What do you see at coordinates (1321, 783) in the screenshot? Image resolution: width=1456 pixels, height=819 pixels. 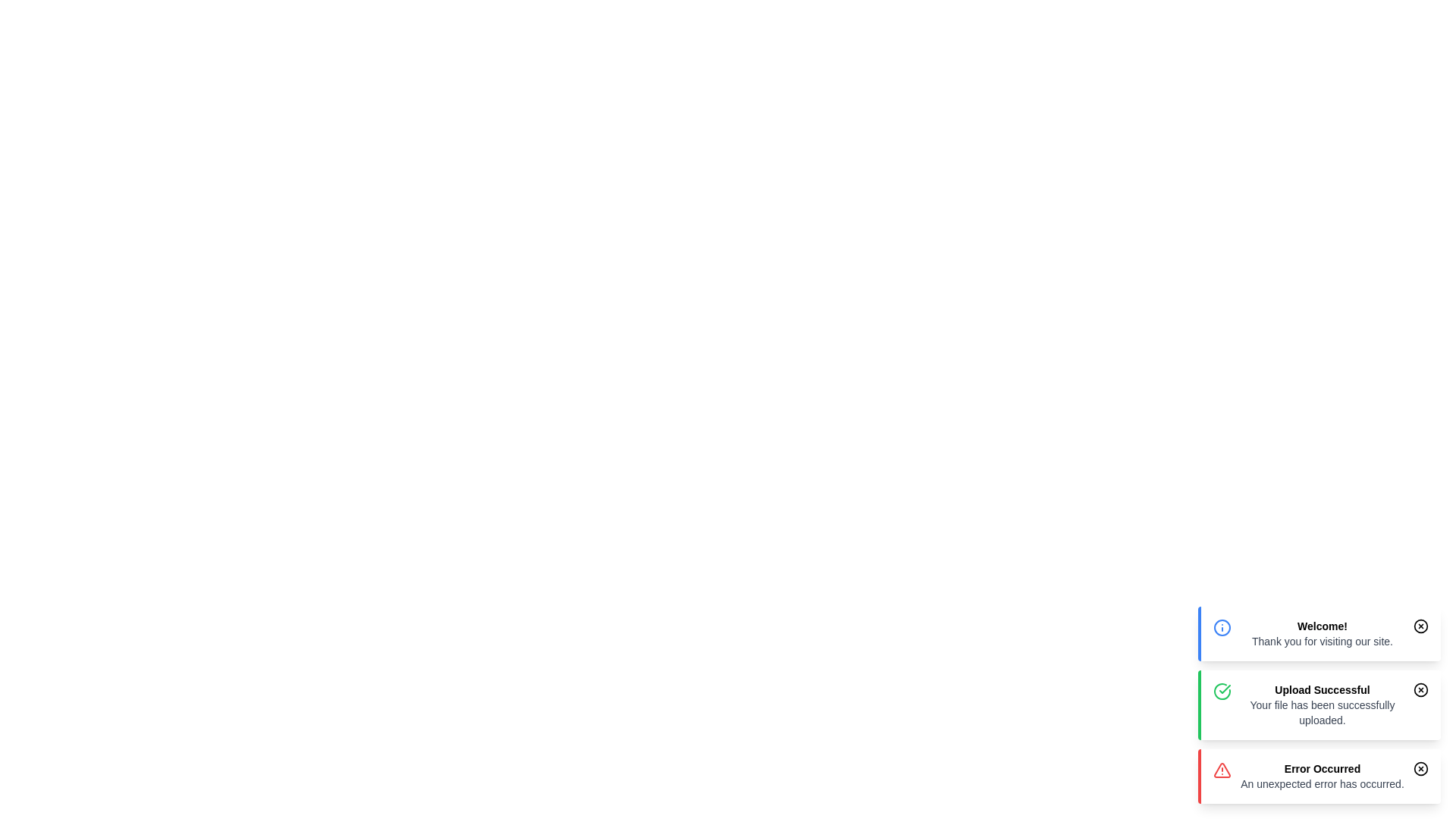 I see `the Text display that provides a description of the error event, located at the bottom of the 'Error Occurred' notification block, which is colored red with a warning icon` at bounding box center [1321, 783].